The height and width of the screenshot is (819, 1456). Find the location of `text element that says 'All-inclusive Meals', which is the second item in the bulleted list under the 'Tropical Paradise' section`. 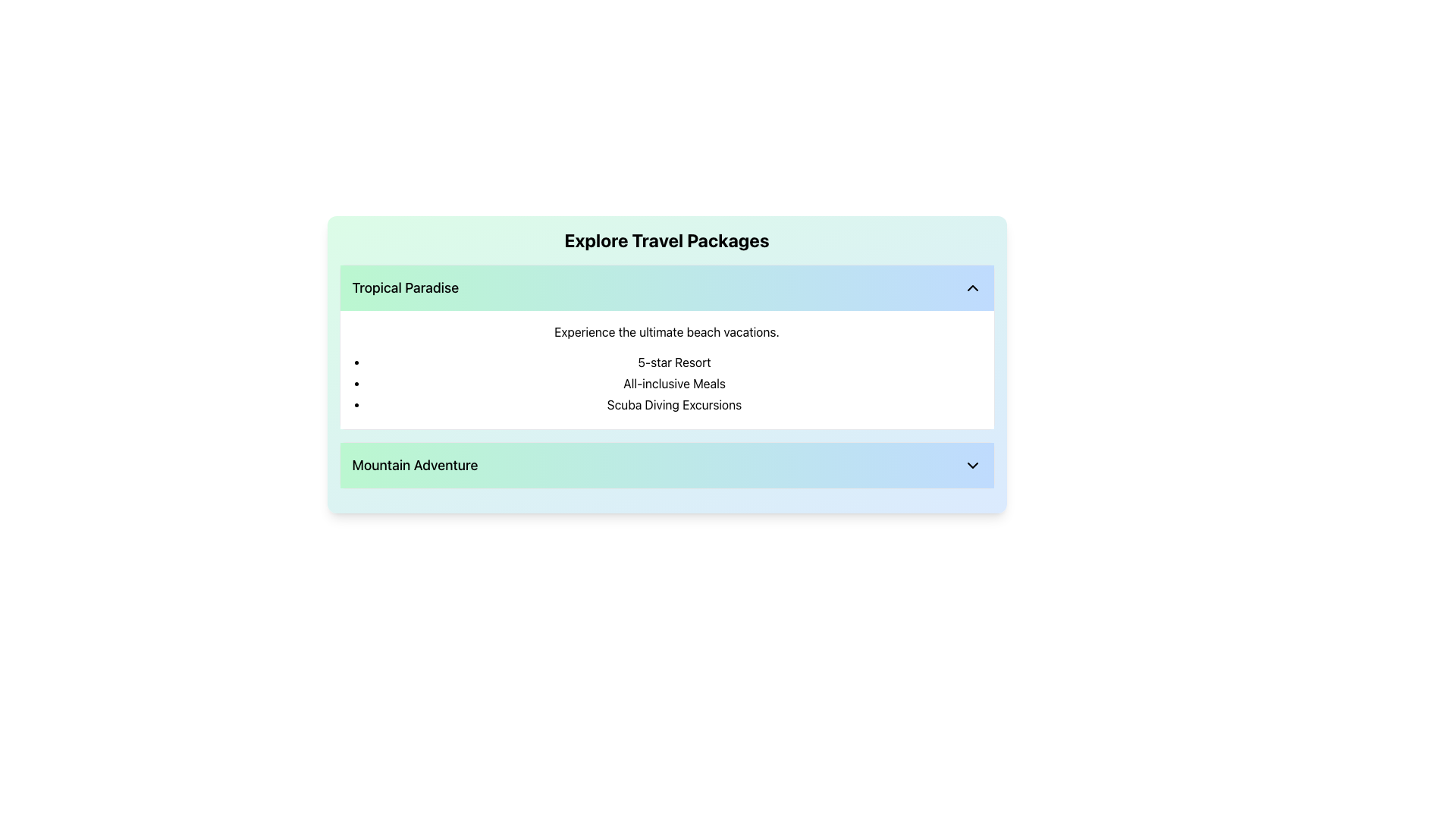

text element that says 'All-inclusive Meals', which is the second item in the bulleted list under the 'Tropical Paradise' section is located at coordinates (673, 382).